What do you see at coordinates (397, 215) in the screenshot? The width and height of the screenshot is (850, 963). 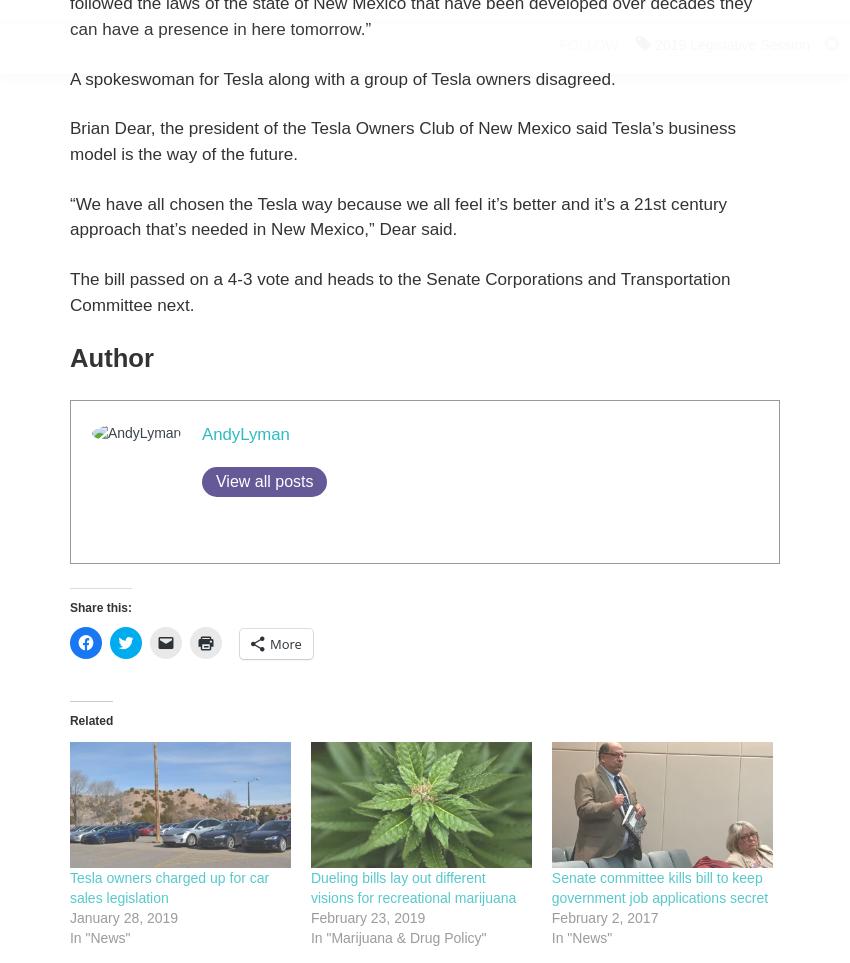 I see `'“We have all chosen the Tesla way because we all feel it’s better and it’s a 21st century approach that’s needed in New Mexico,” Dear said.'` at bounding box center [397, 215].